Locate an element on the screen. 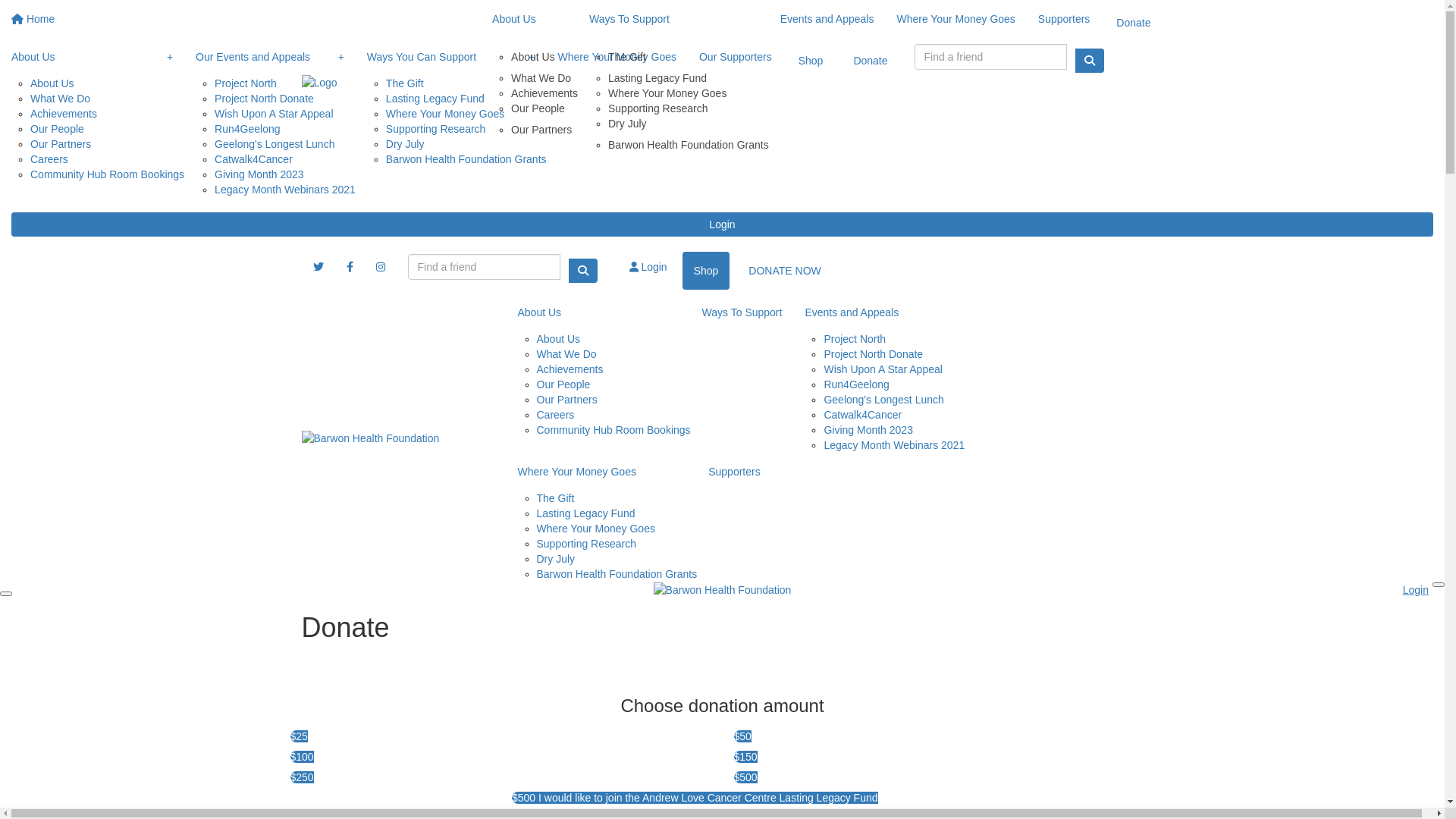 The image size is (1456, 819). 'Catwalk4Cancer' is located at coordinates (862, 415).